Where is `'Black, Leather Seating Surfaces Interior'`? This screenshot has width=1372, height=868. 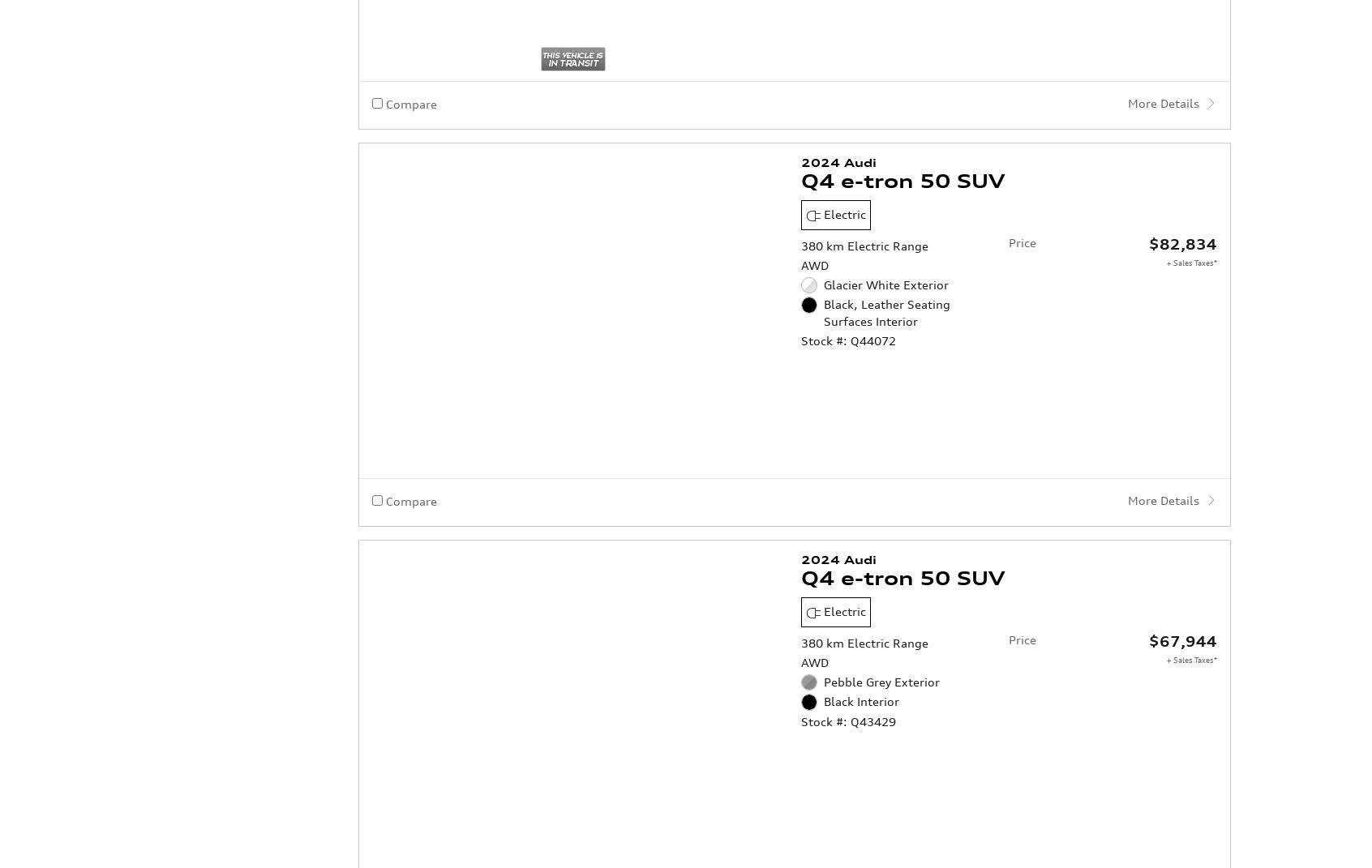
'Black, Leather Seating Surfaces Interior' is located at coordinates (887, 182).